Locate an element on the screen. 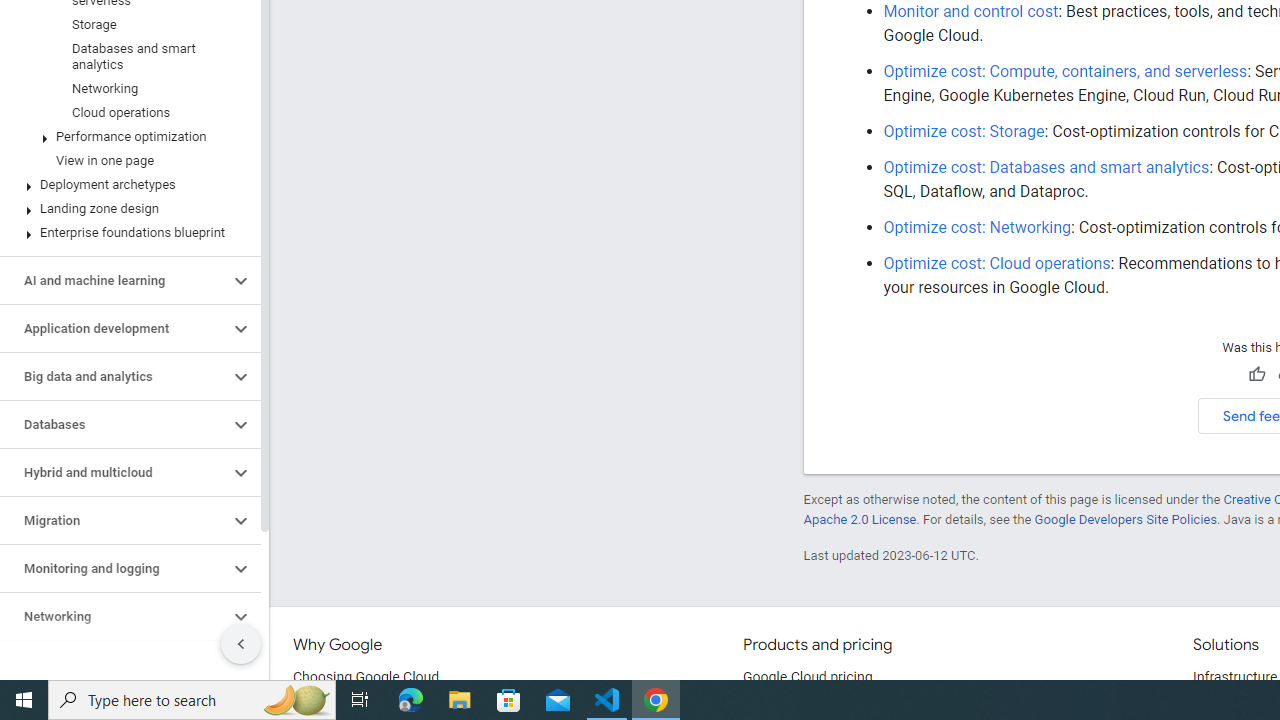 The width and height of the screenshot is (1280, 720). 'Apache 2.0 License' is located at coordinates (859, 518).